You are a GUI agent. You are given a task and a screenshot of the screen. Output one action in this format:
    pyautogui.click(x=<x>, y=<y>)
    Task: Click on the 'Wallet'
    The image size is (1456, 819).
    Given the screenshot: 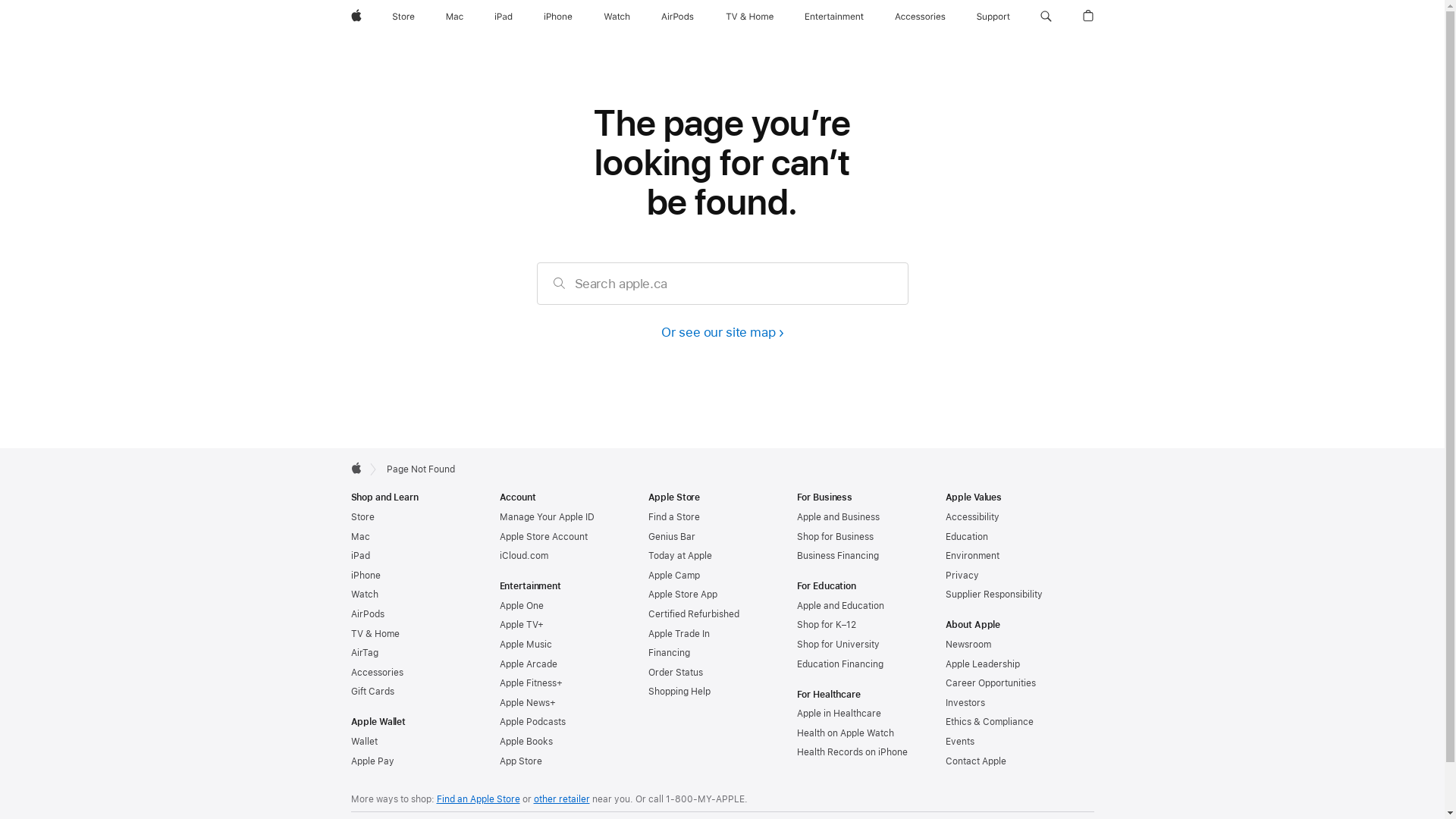 What is the action you would take?
    pyautogui.click(x=362, y=741)
    